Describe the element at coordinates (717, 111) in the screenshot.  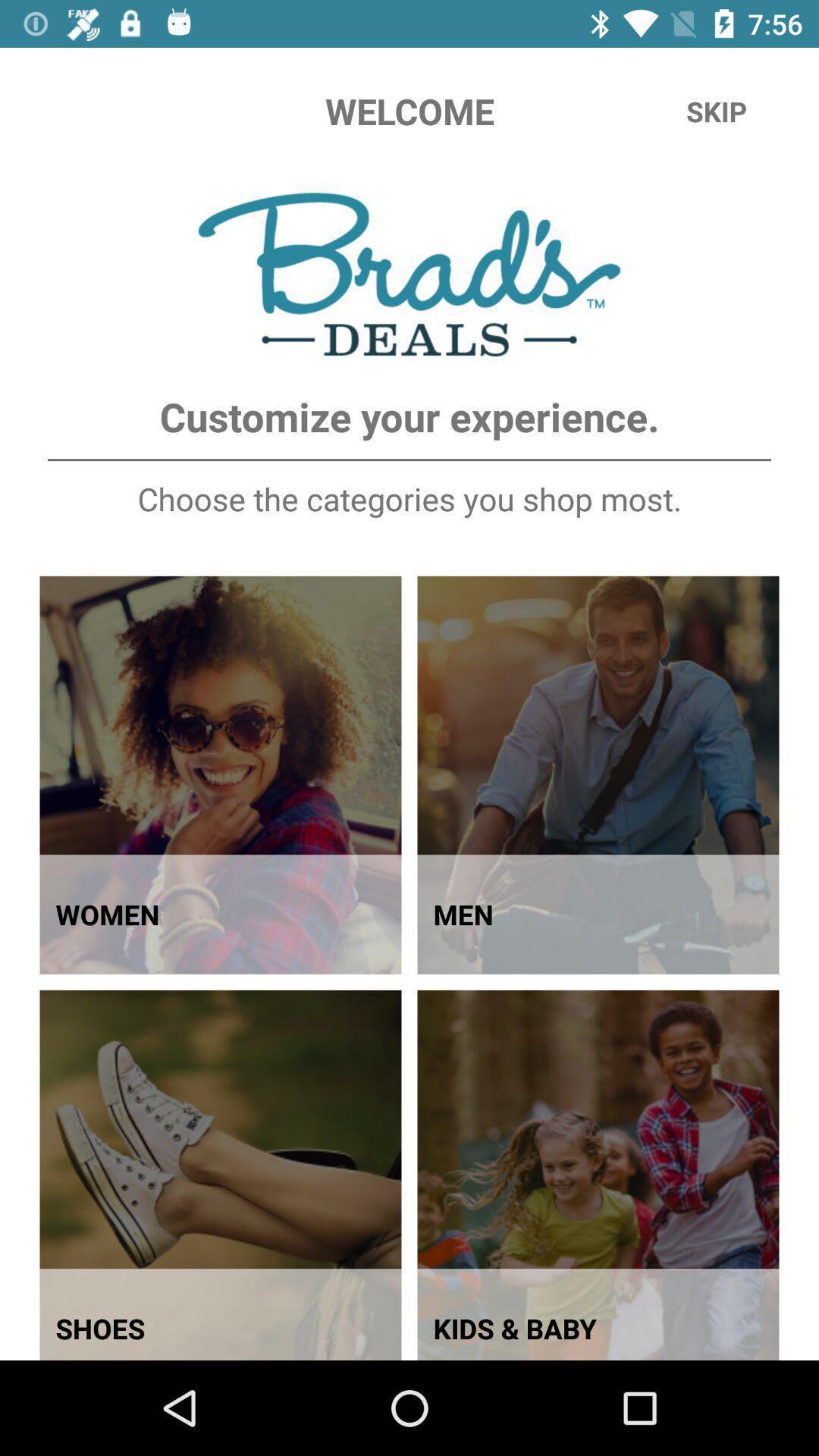
I see `the skip` at that location.